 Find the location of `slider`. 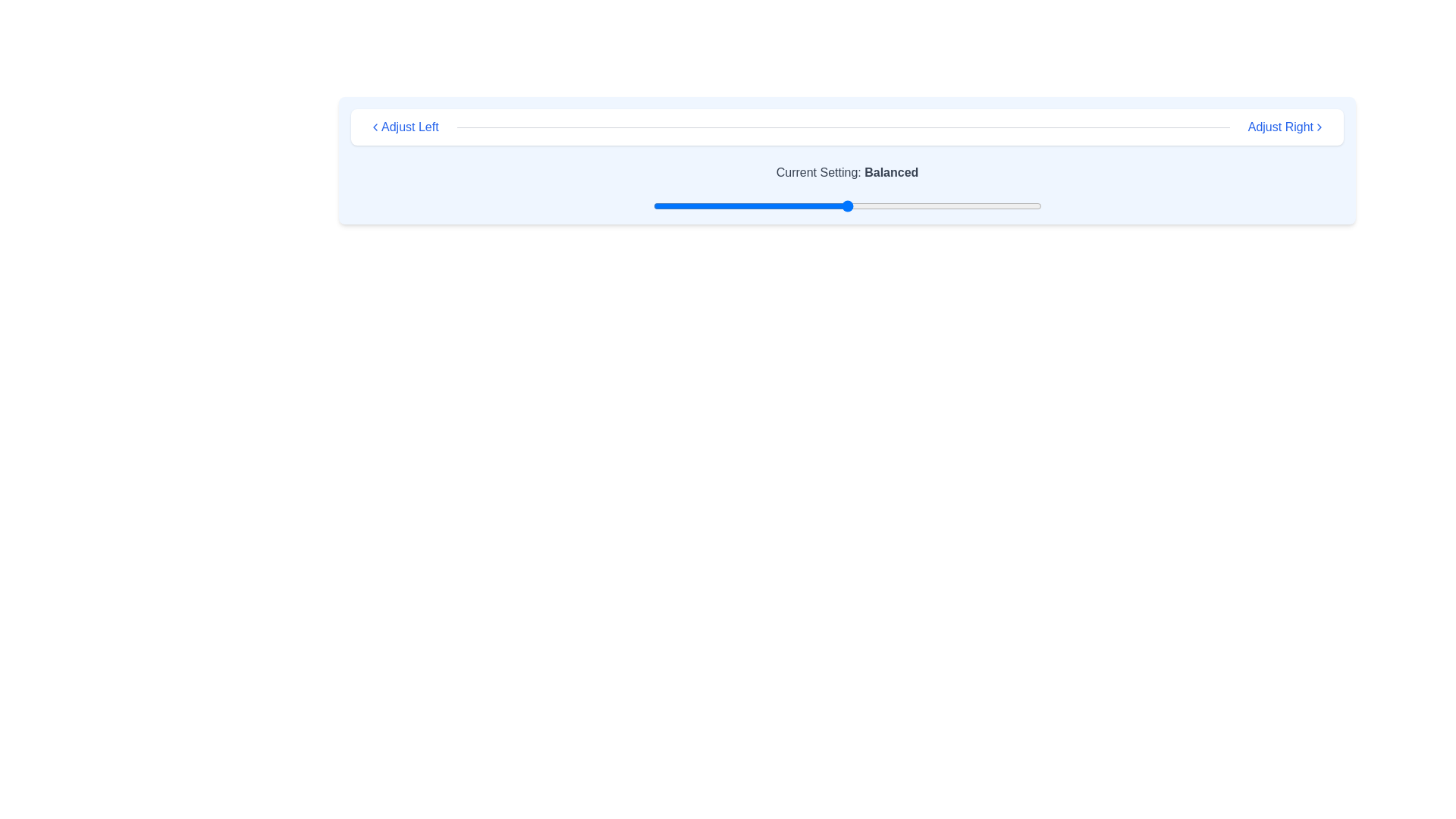

slider is located at coordinates (773, 206).